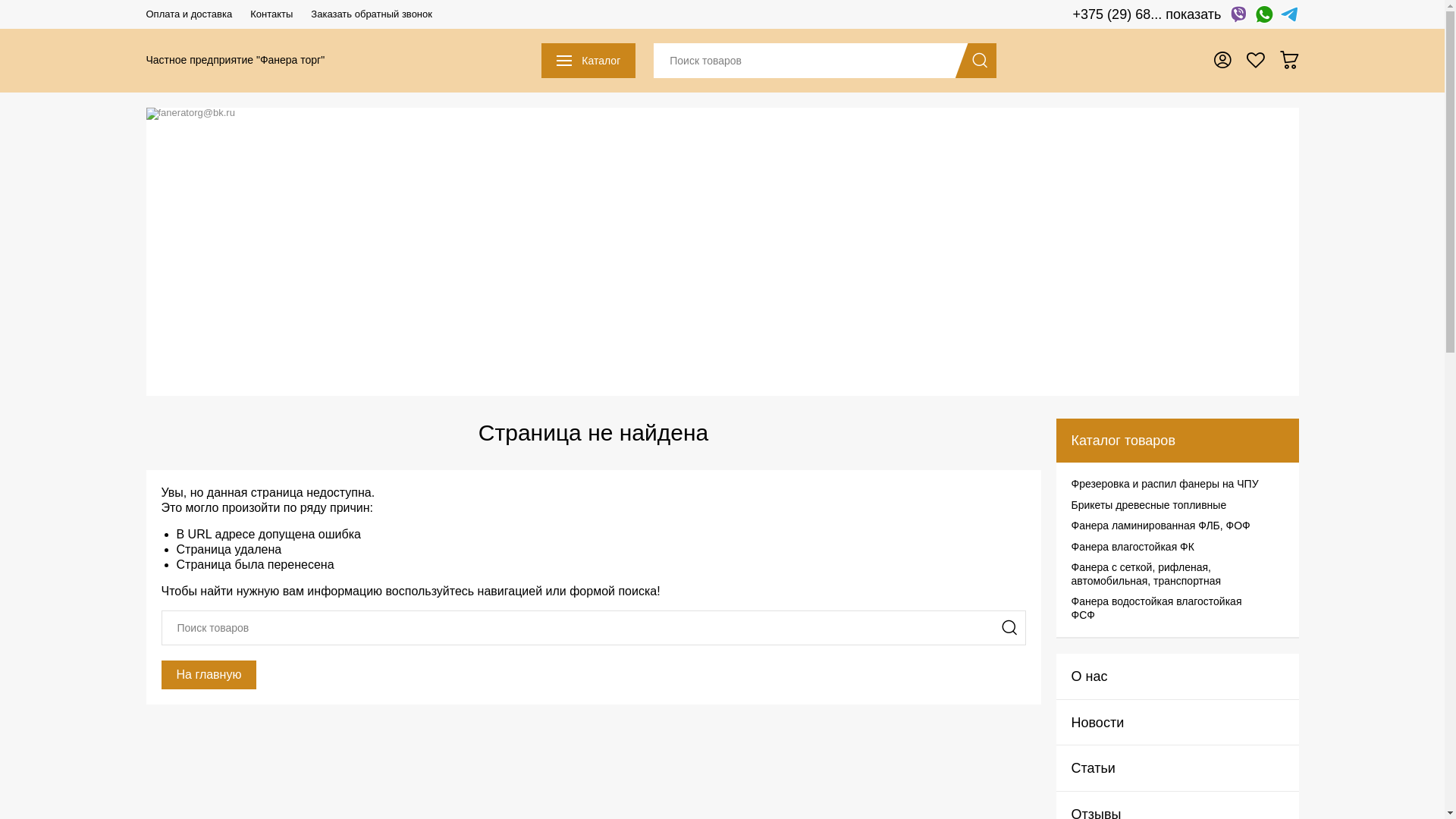 Image resolution: width=1456 pixels, height=819 pixels. Describe the element at coordinates (1238, 14) in the screenshot. I see `'Viber'` at that location.